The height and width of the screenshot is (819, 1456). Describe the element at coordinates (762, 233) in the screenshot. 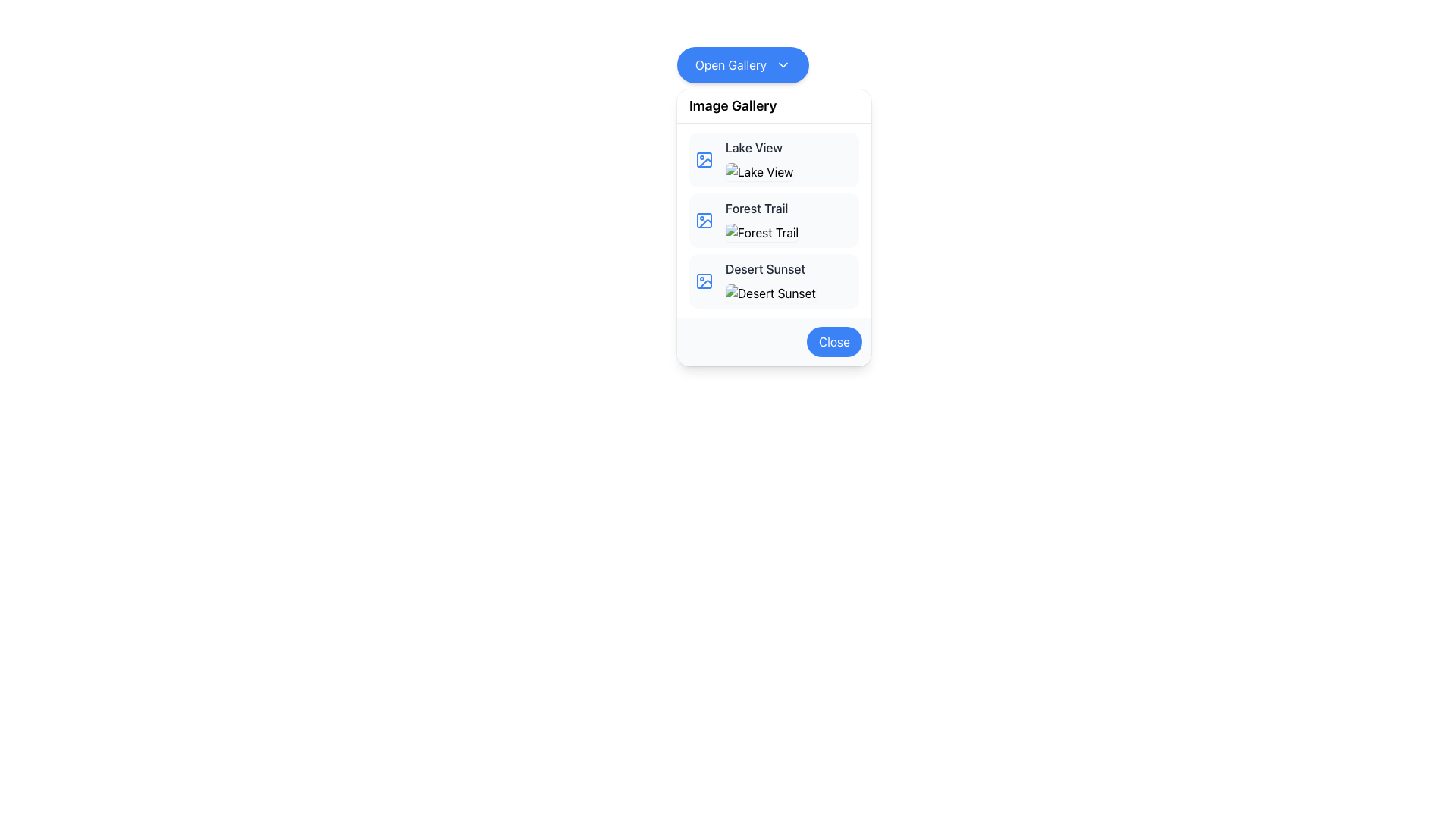

I see `the 'Forest Trail' entry image in the 'Image Gallery' dropdown, which is located below the 'Forest Trail' label and above 'Desert Sunset'` at that location.